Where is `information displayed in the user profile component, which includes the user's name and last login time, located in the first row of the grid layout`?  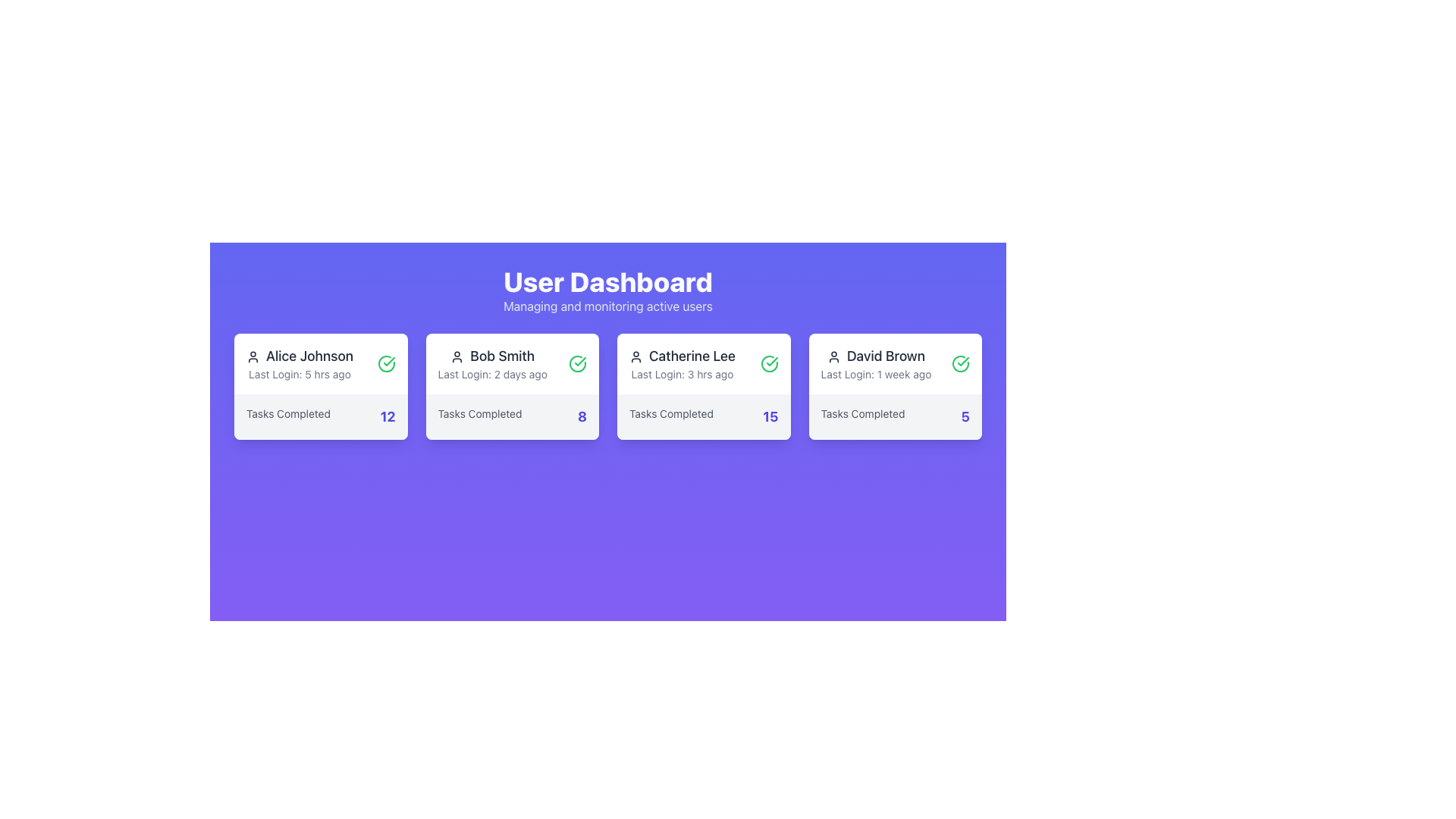
information displayed in the user profile component, which includes the user's name and last login time, located in the first row of the grid layout is located at coordinates (703, 363).